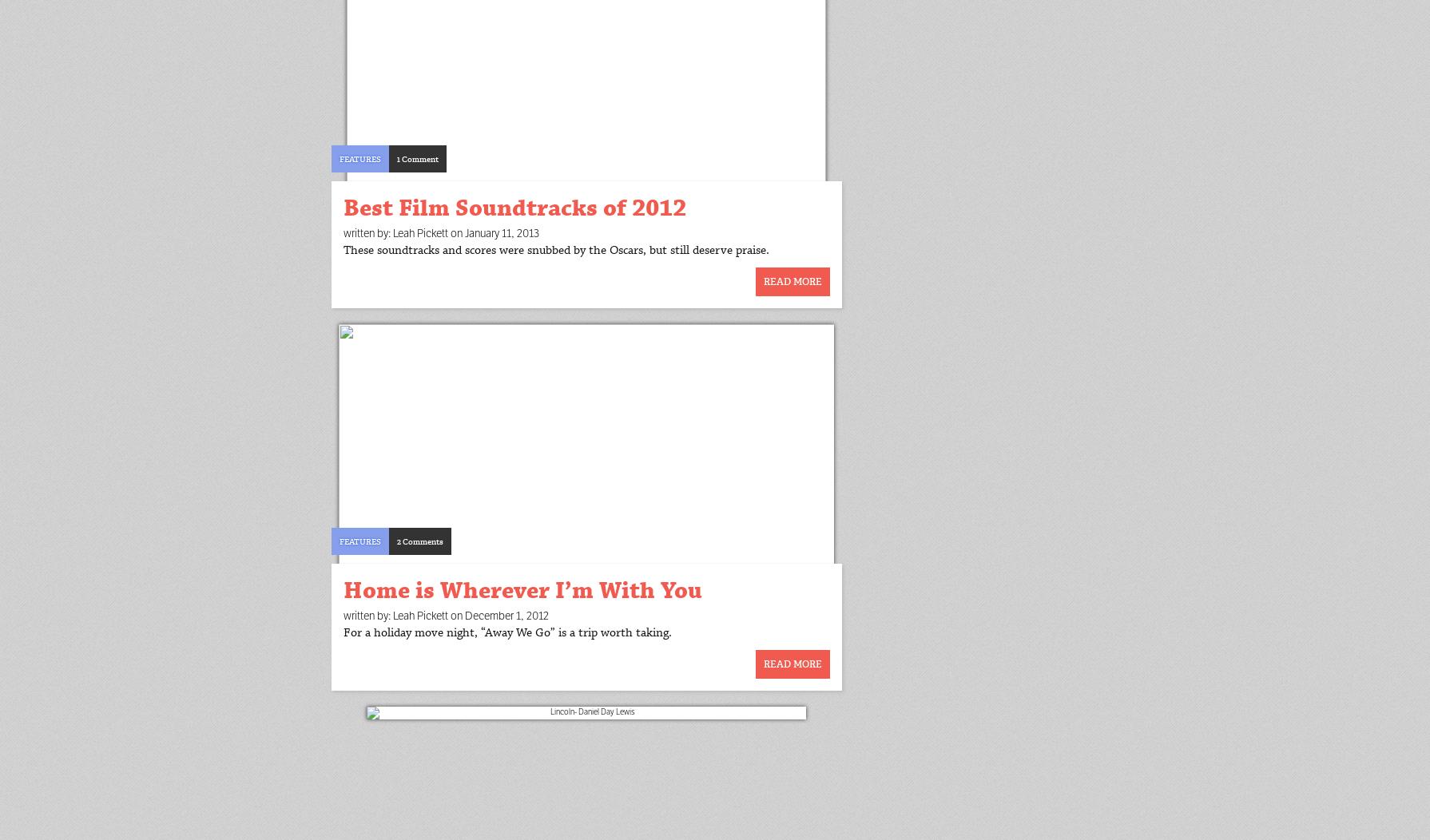 This screenshot has width=1430, height=840. I want to click on 'Home is Wherever I’m With You', so click(522, 590).